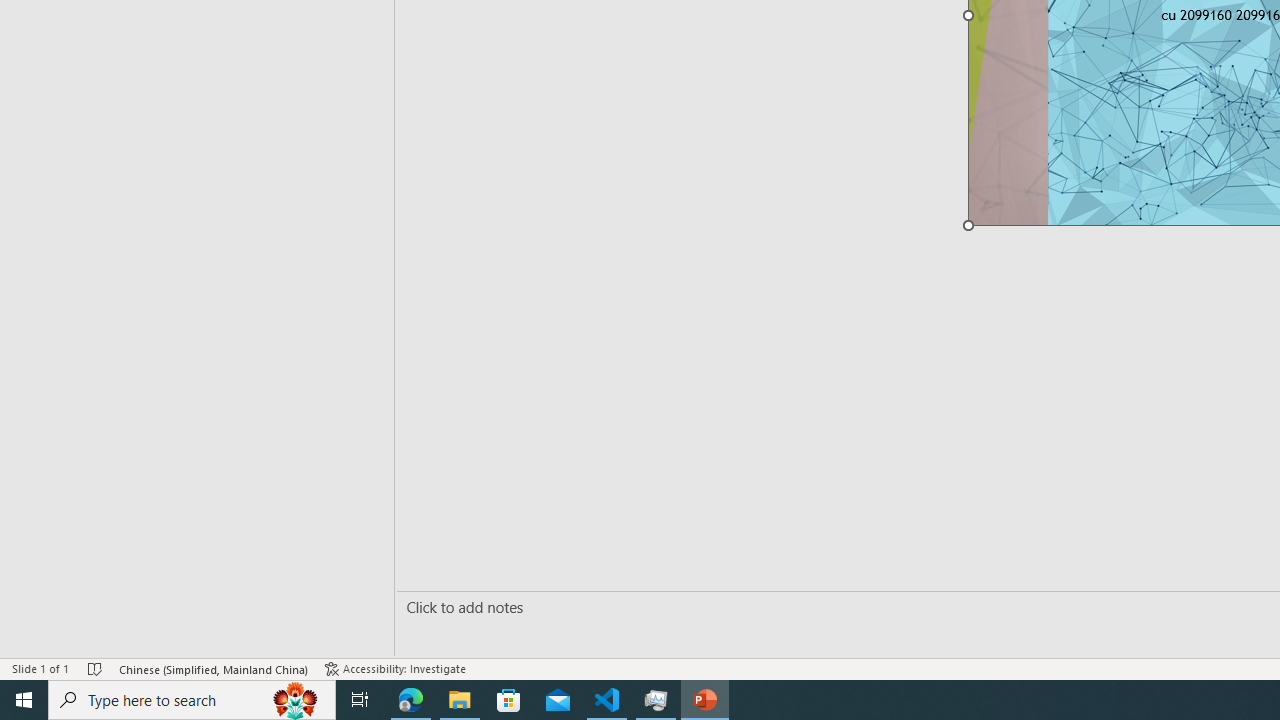 Image resolution: width=1280 pixels, height=720 pixels. Describe the element at coordinates (656, 698) in the screenshot. I see `'Task Manager - 1 running window'` at that location.